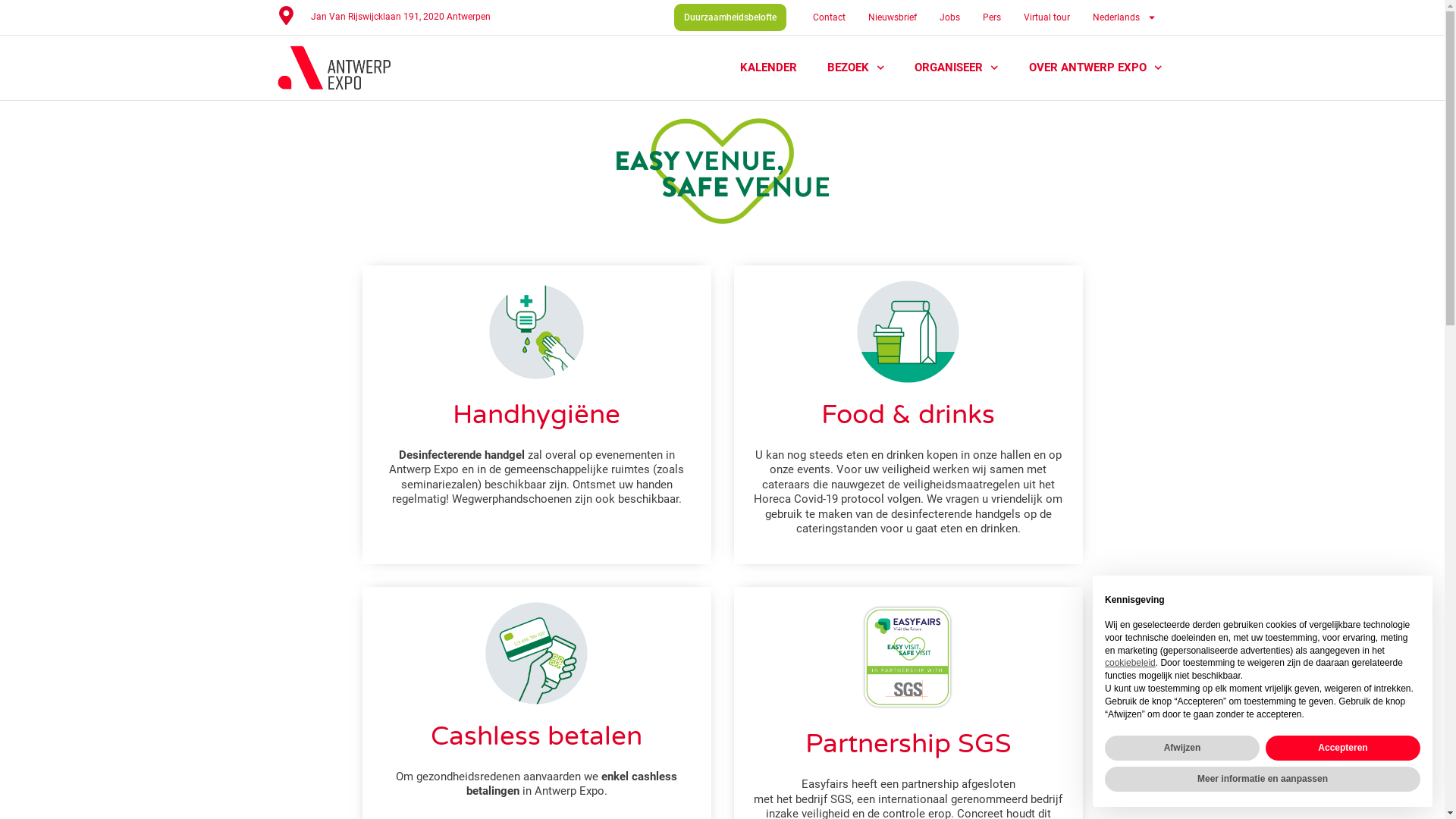 The width and height of the screenshot is (1456, 819). What do you see at coordinates (892, 17) in the screenshot?
I see `'Nieuwsbrief'` at bounding box center [892, 17].